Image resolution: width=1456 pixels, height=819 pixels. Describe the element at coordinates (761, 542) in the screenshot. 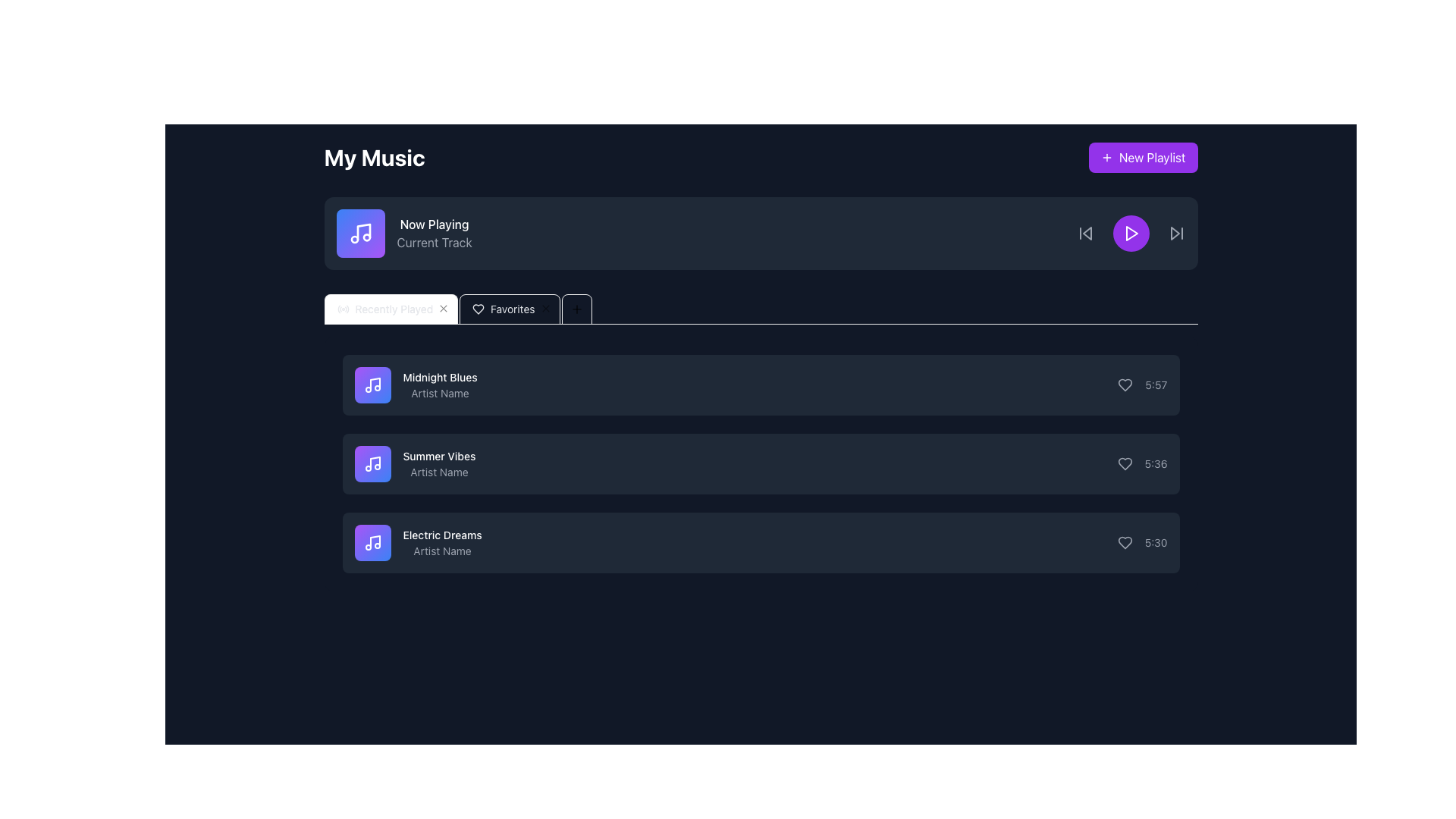

I see `the List item for 'Electric Dreams'` at that location.